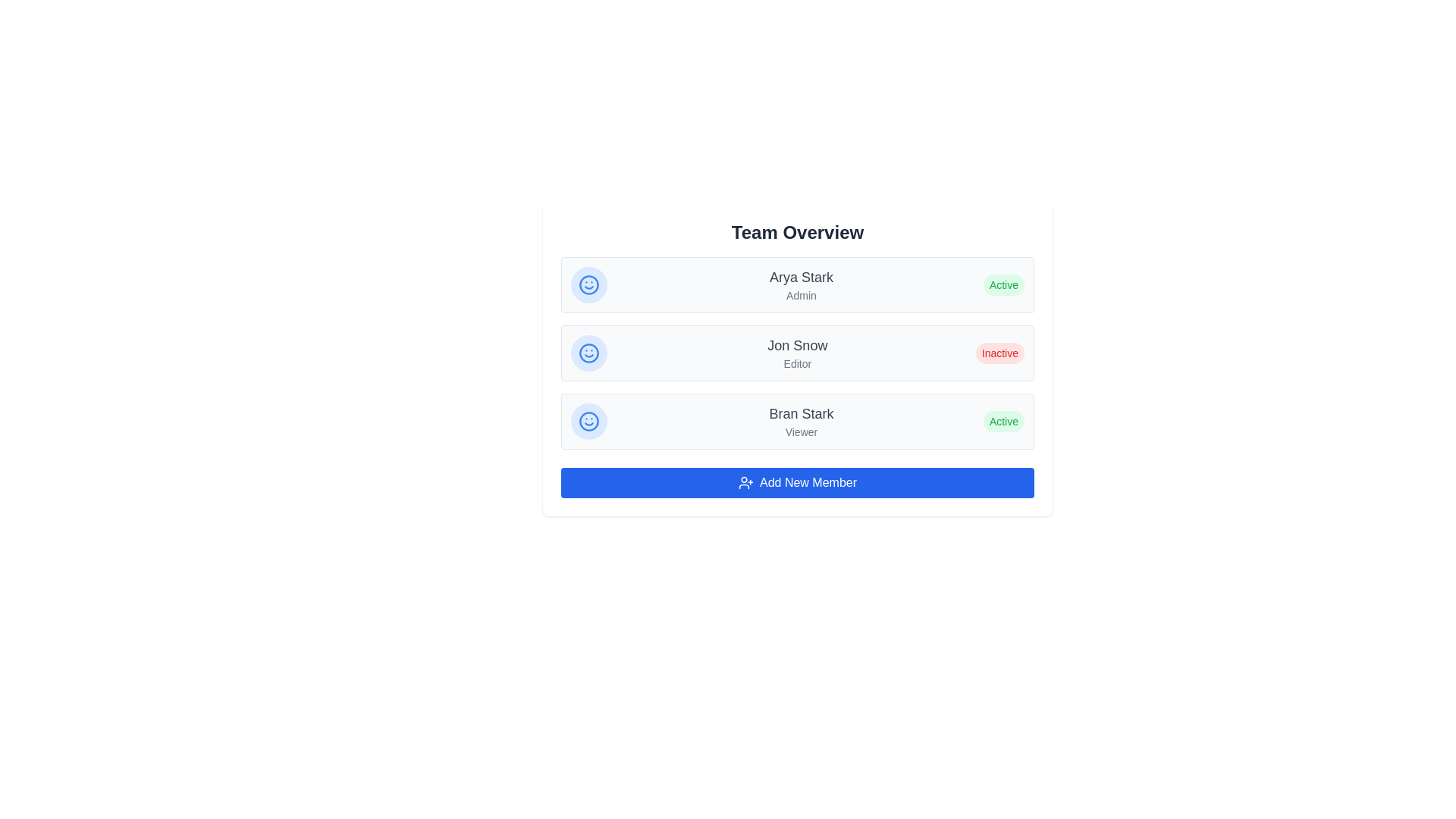  I want to click on the Profile Card for 'Arya Stark', which displays her role as 'Admin' and status as 'Active'. This card is the first in the vertical list under the 'Team Overview' heading, so click(796, 284).